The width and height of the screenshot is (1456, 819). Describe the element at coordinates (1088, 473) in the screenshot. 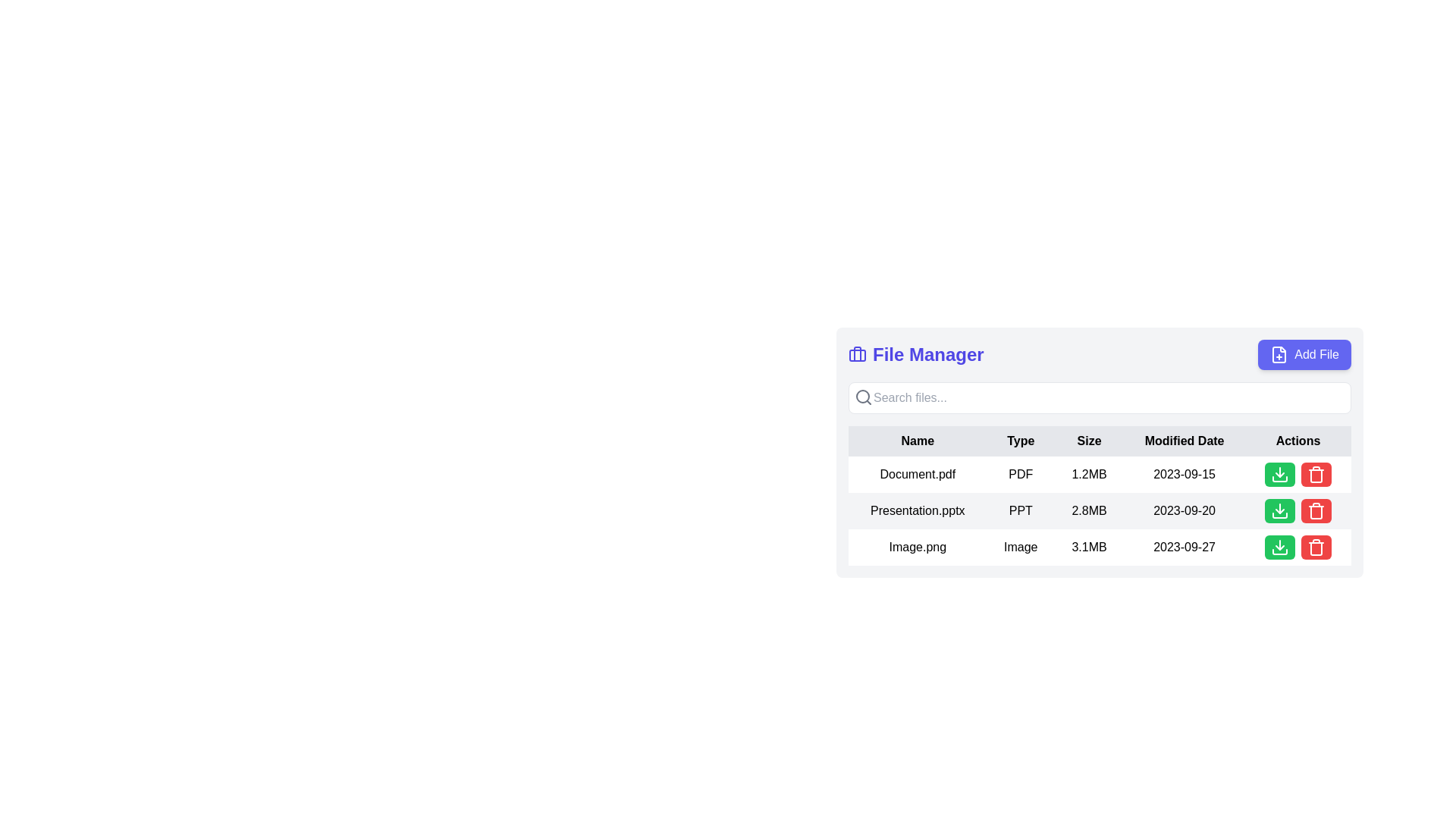

I see `the text element displaying '1.2MB' located in the third column of the first row of a file details table` at that location.